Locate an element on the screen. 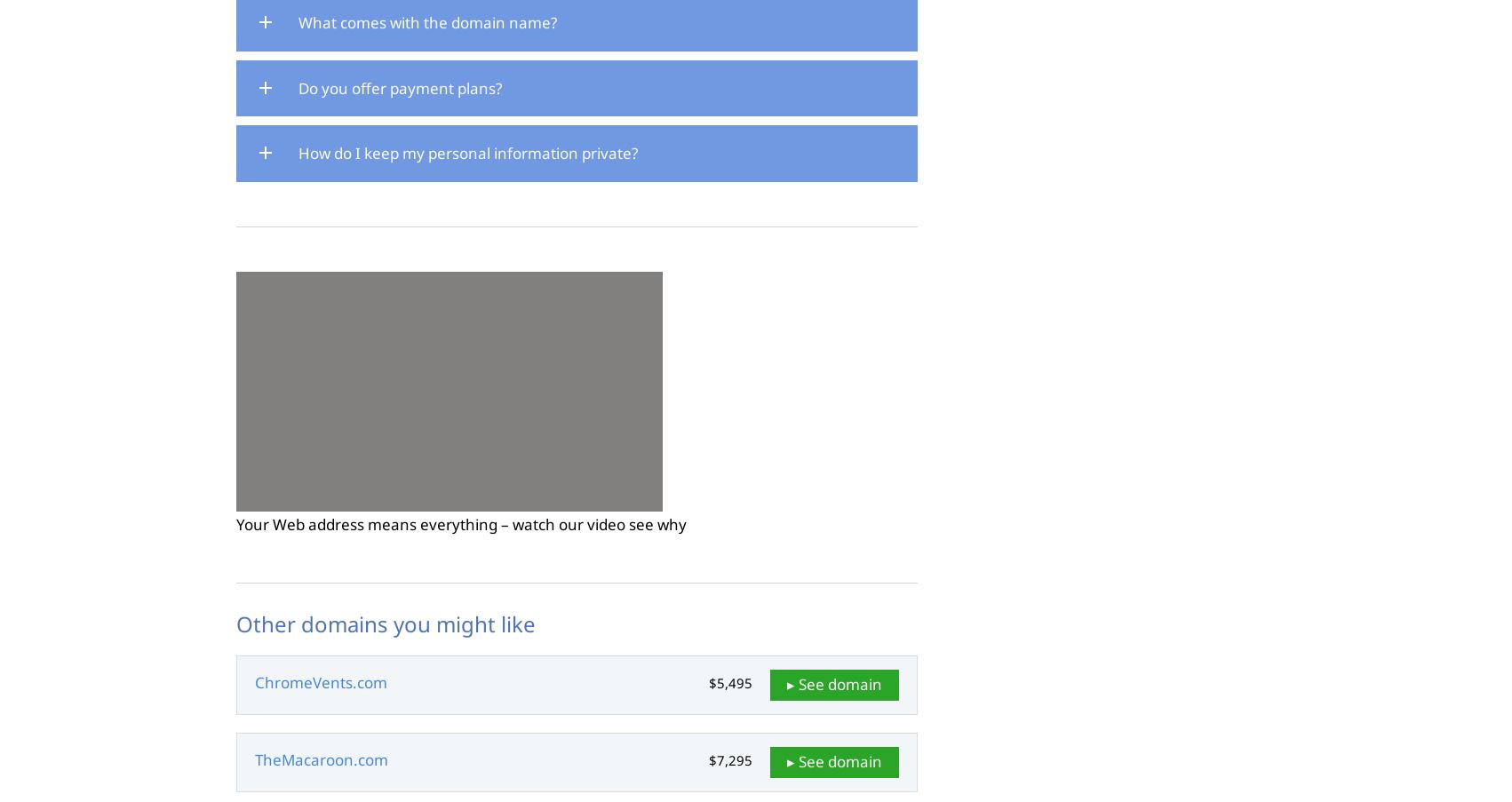 The height and width of the screenshot is (802, 1512). 'What comes with the domain name?' is located at coordinates (298, 20).